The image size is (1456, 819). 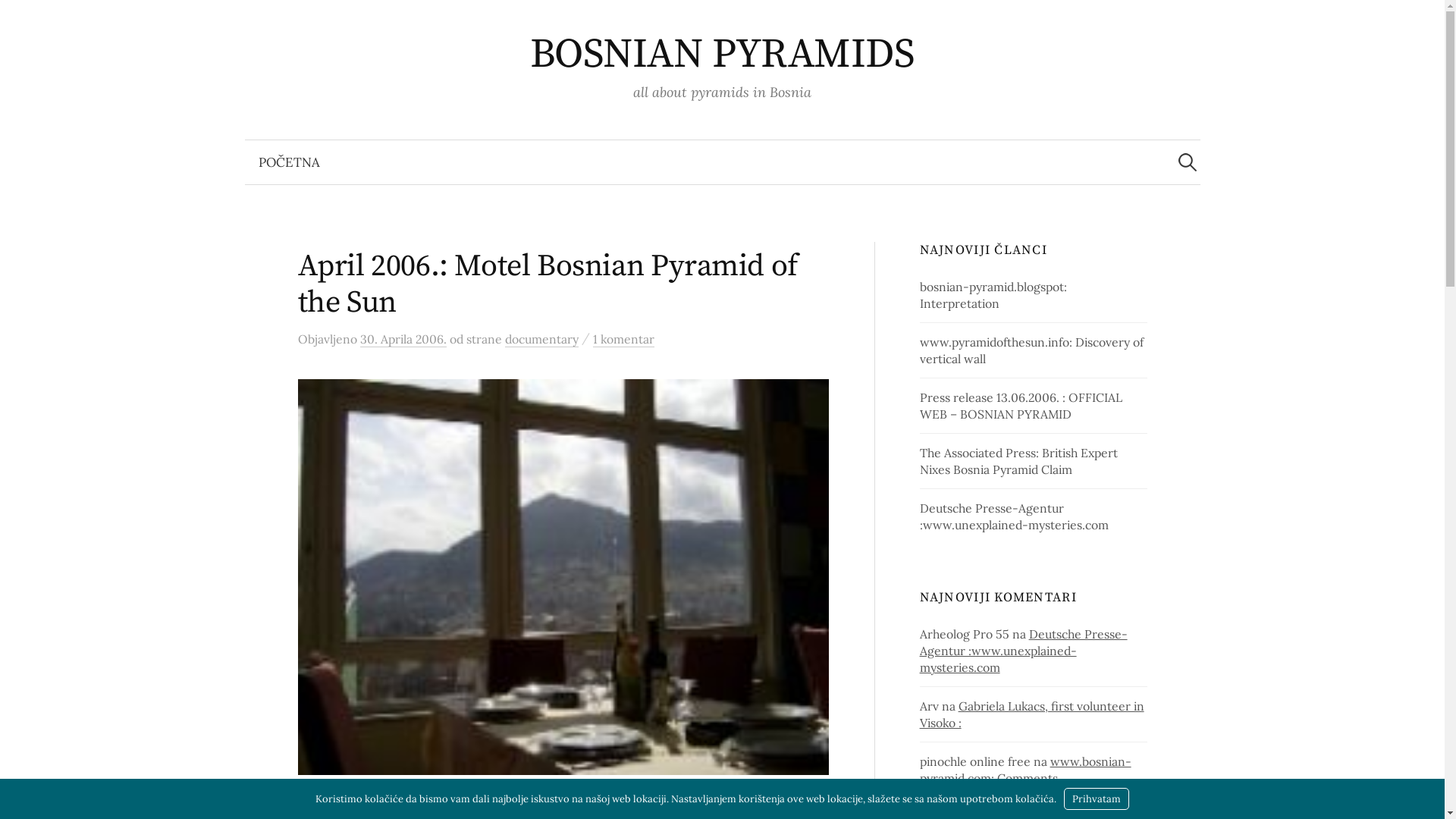 I want to click on 'www.bosnian-pyramid.com: Comments', so click(x=1025, y=769).